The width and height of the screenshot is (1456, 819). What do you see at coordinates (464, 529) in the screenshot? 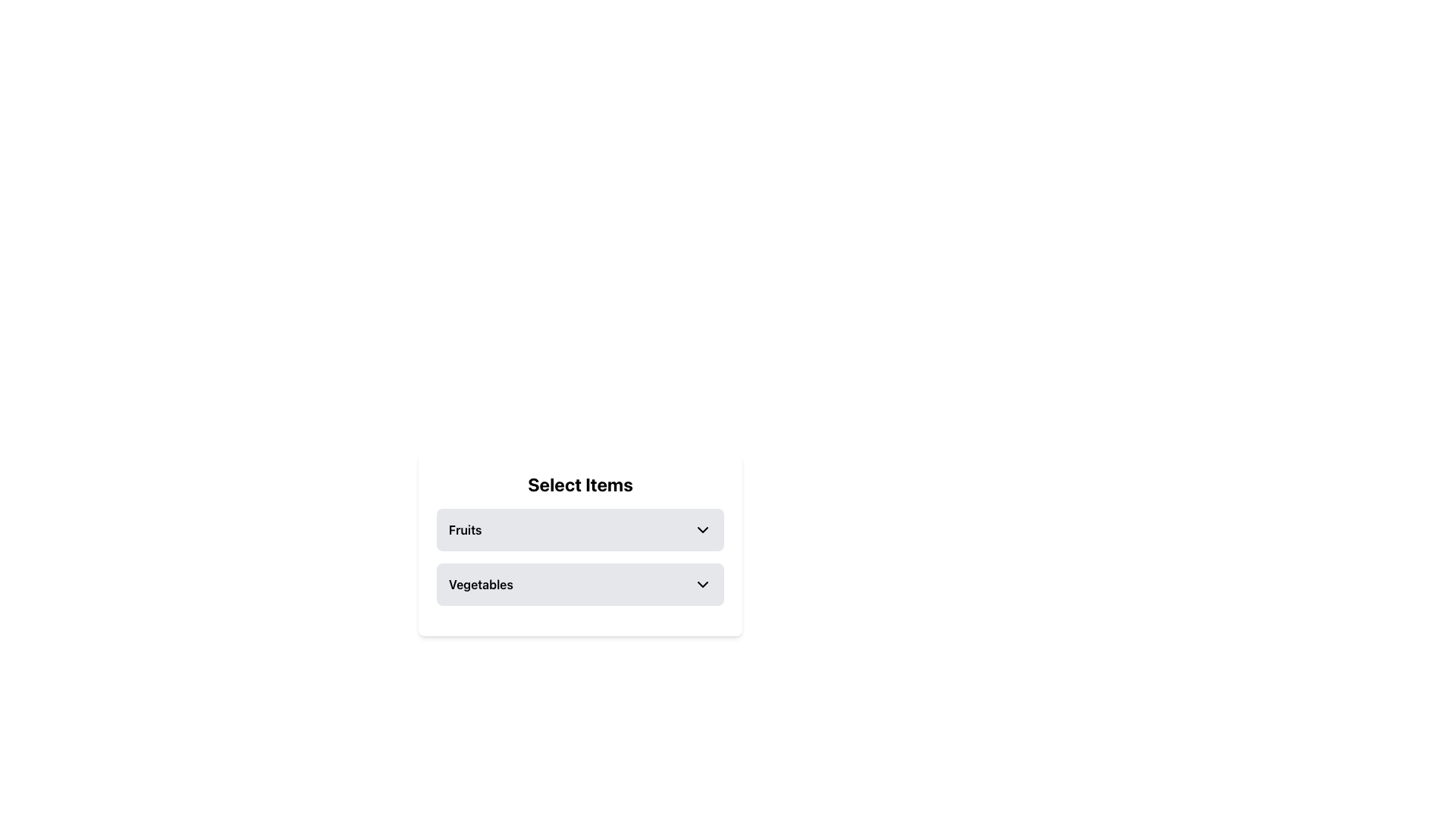
I see `text content of the 'Fruits' label in the dropdown menu, which indicates the currently selected item` at bounding box center [464, 529].